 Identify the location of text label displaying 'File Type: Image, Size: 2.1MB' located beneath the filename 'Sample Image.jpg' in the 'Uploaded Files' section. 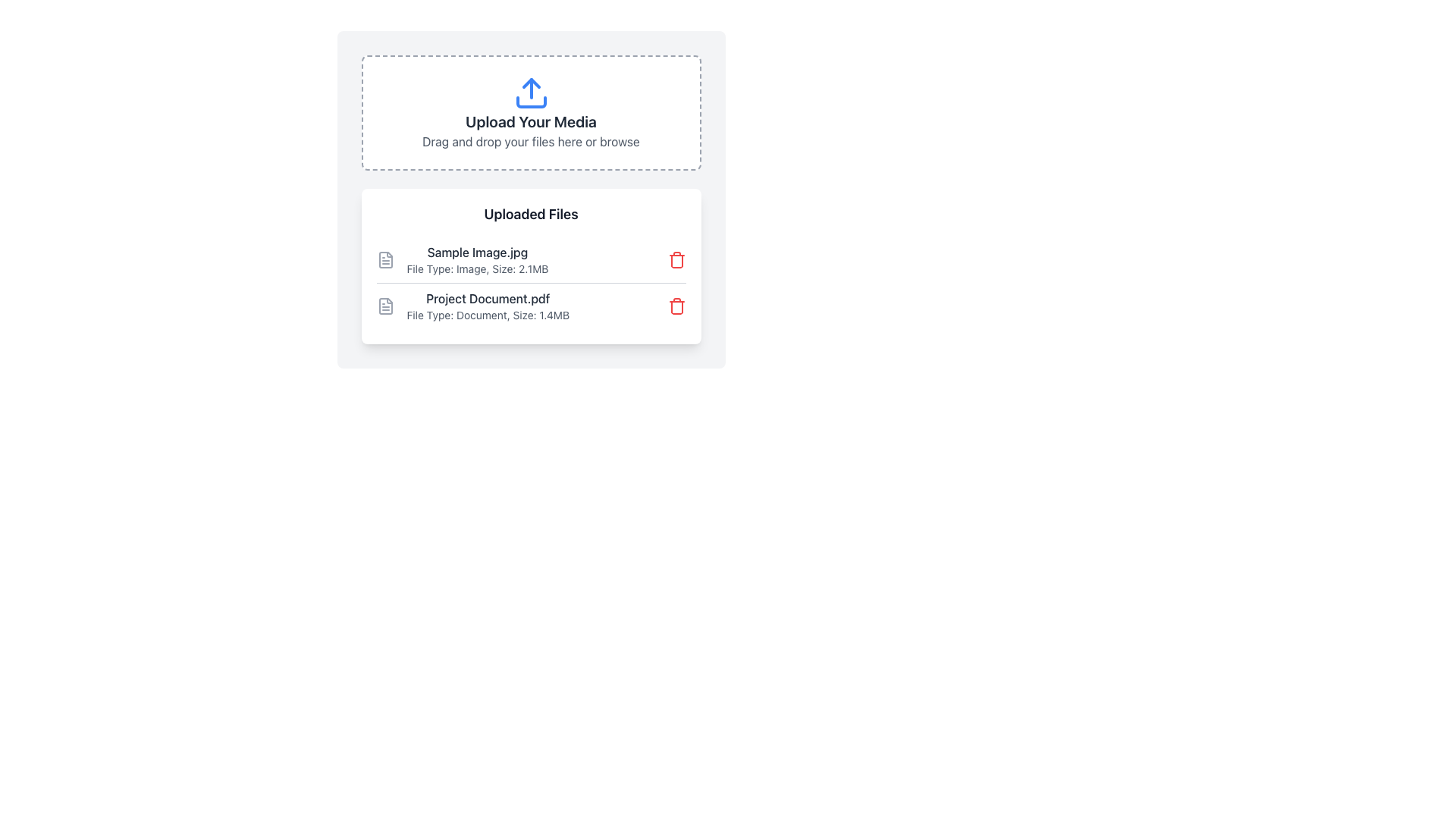
(476, 268).